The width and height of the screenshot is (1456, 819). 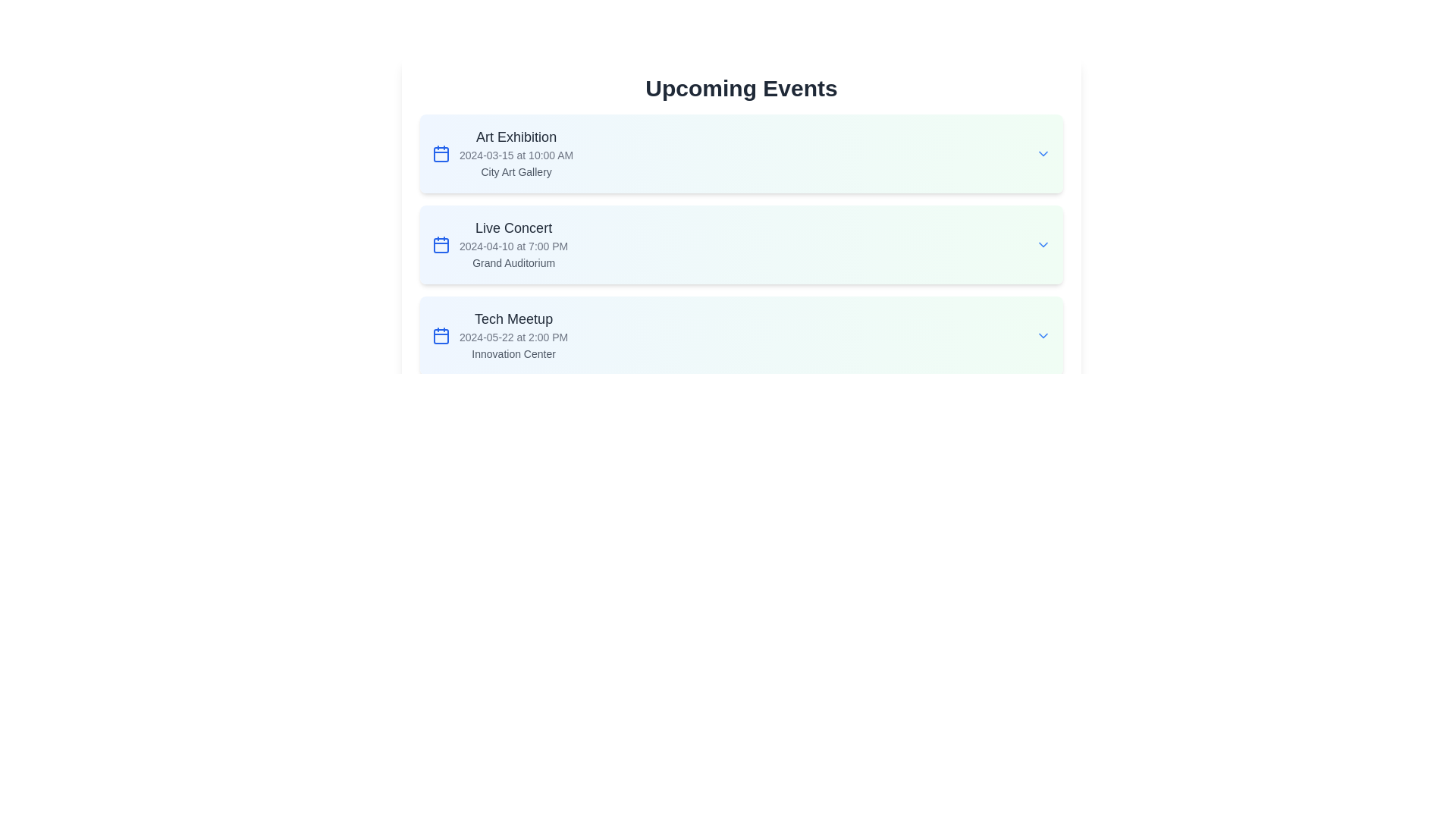 What do you see at coordinates (513, 262) in the screenshot?
I see `the static text label that indicates the location of the 'Live Concert' event, positioned below the event title and date-time information` at bounding box center [513, 262].